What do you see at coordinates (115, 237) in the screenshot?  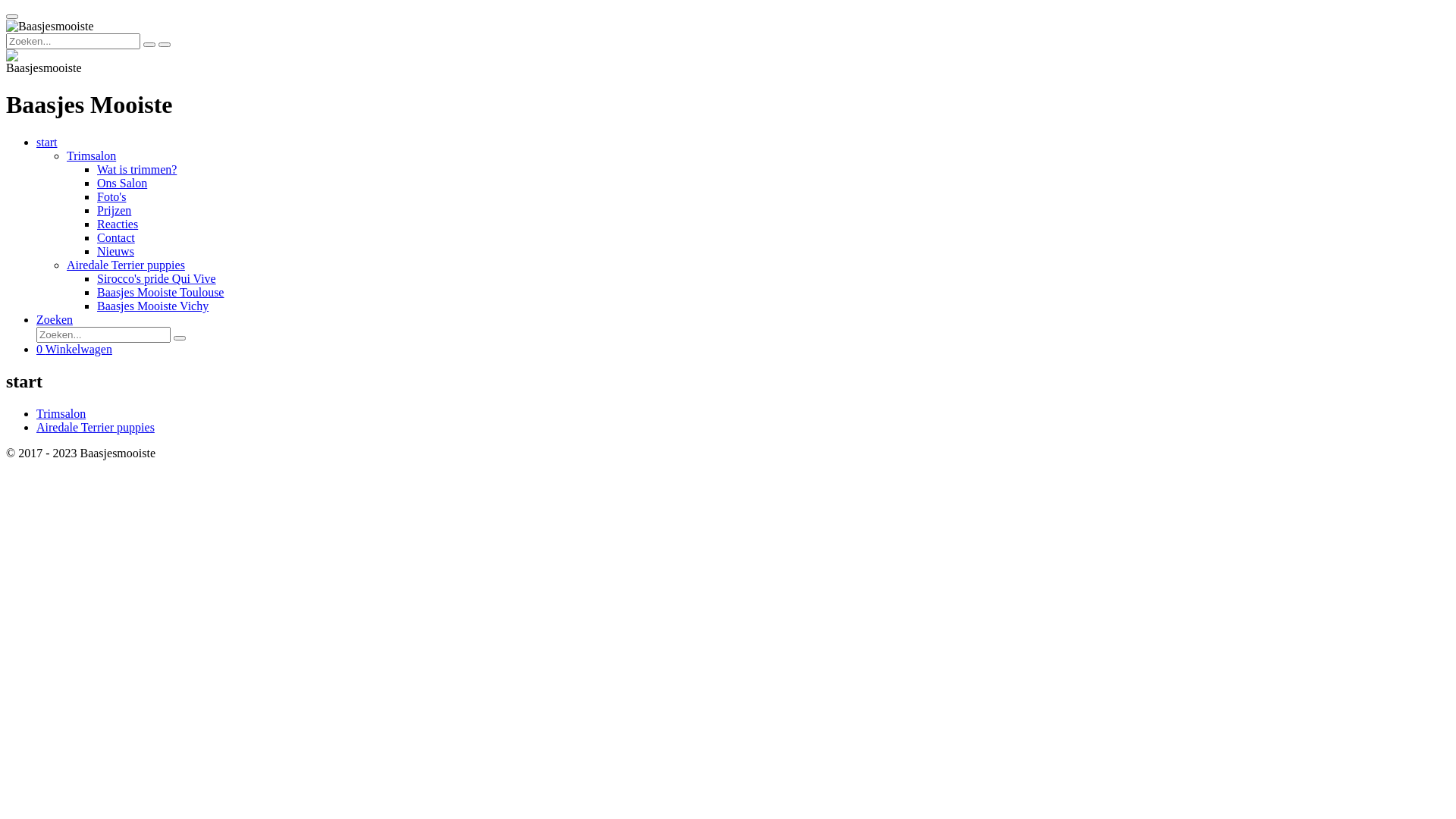 I see `'Contact'` at bounding box center [115, 237].